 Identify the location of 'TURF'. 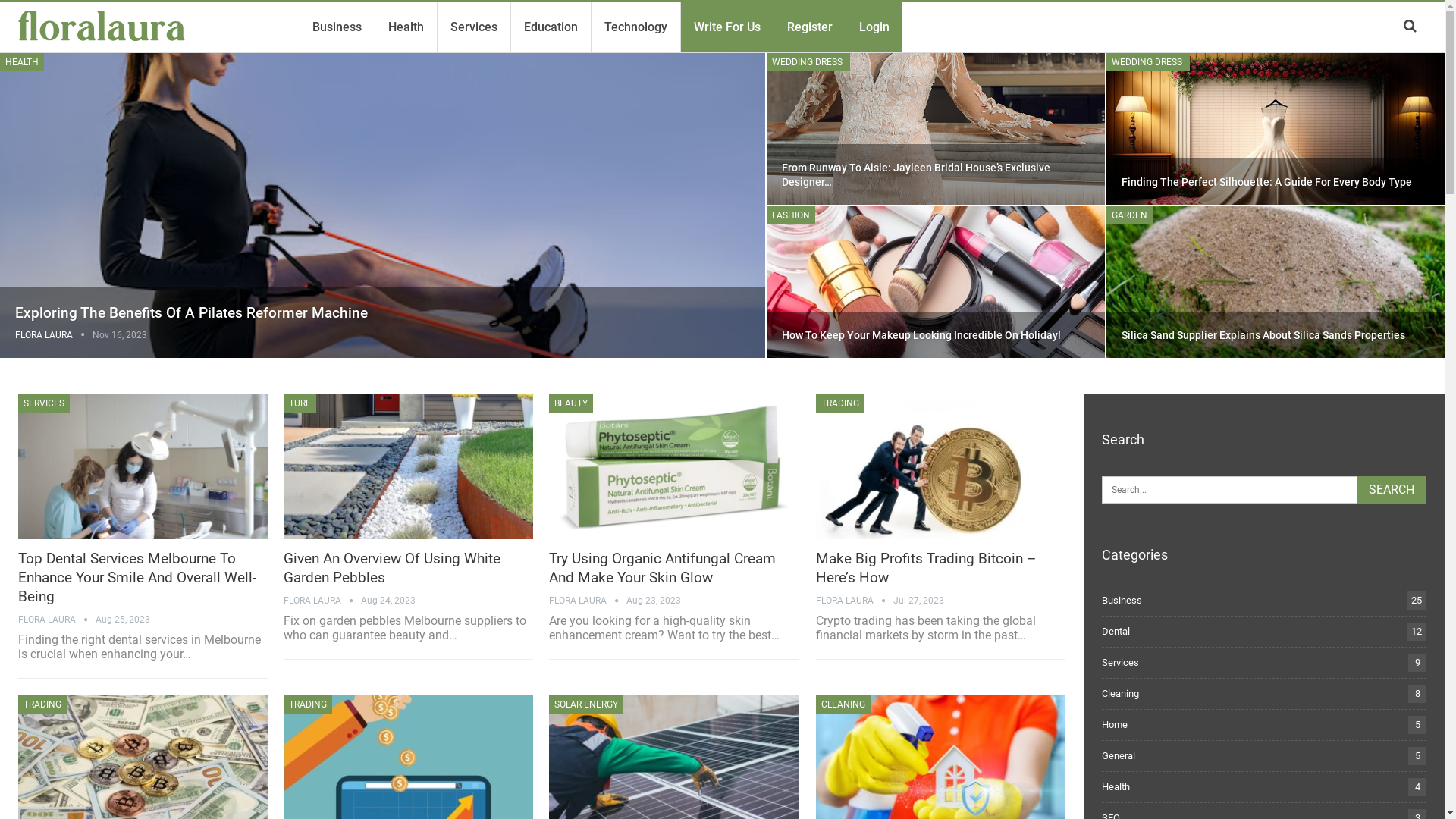
(284, 403).